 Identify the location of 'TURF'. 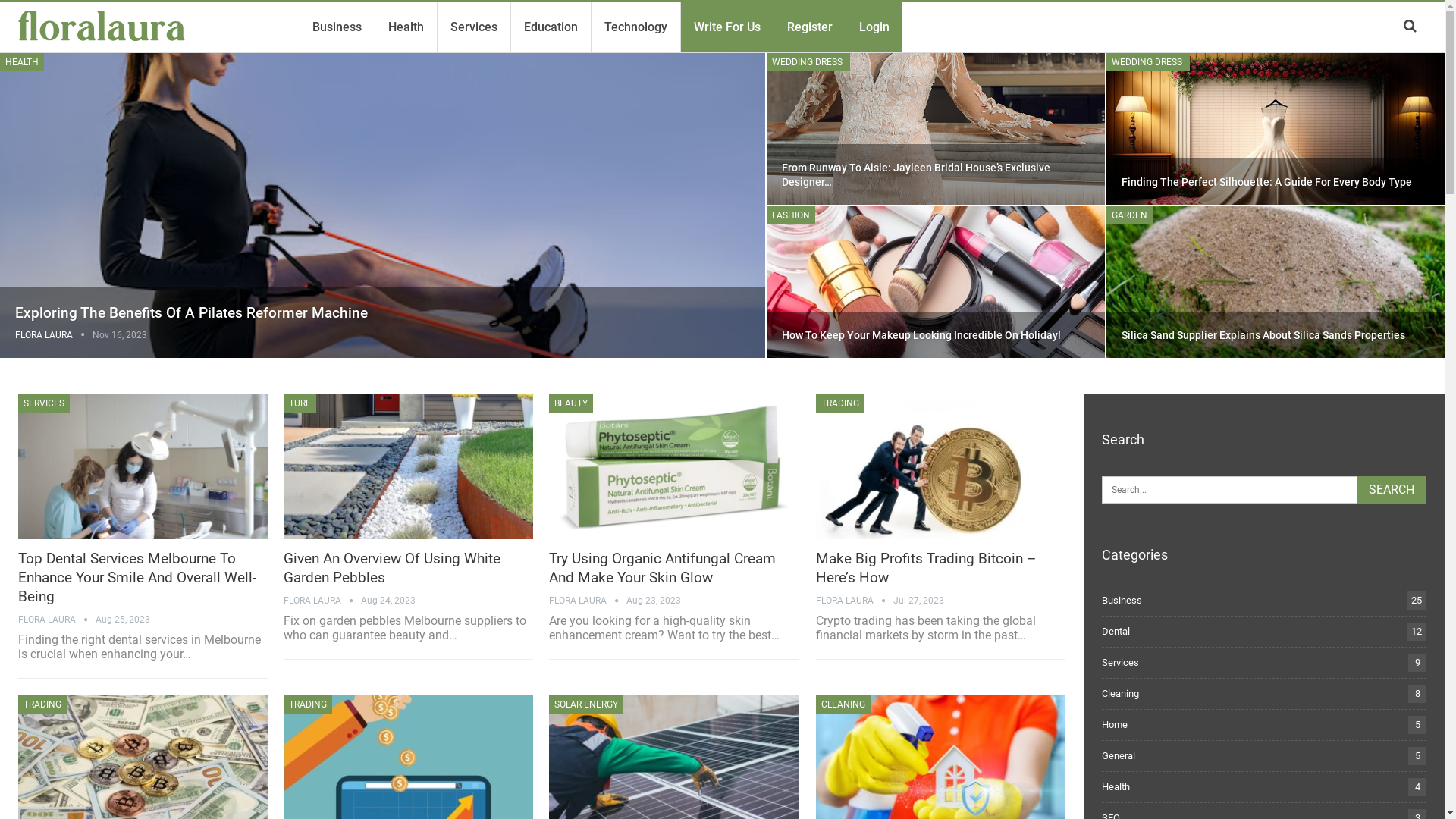
(284, 403).